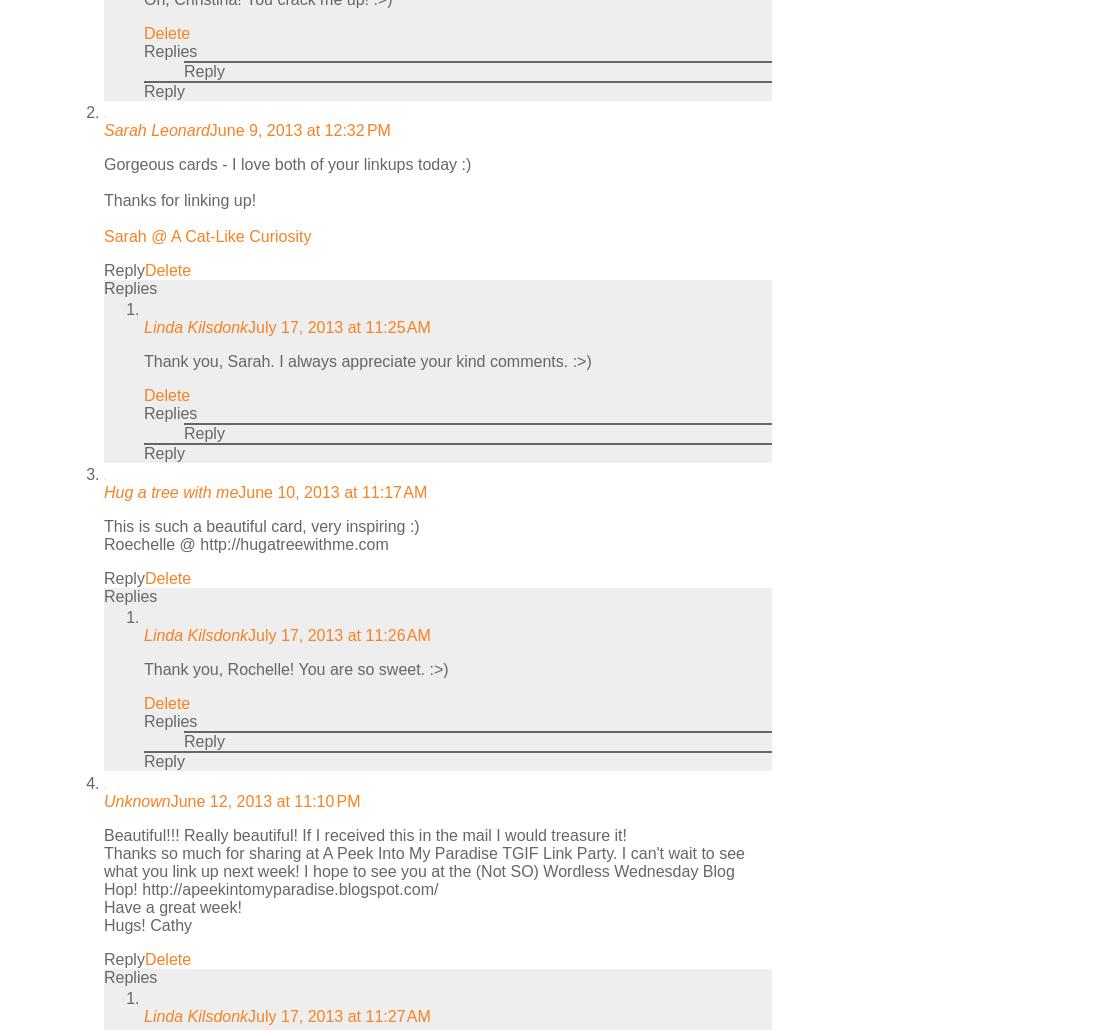  I want to click on 'Unknown', so click(104, 799).